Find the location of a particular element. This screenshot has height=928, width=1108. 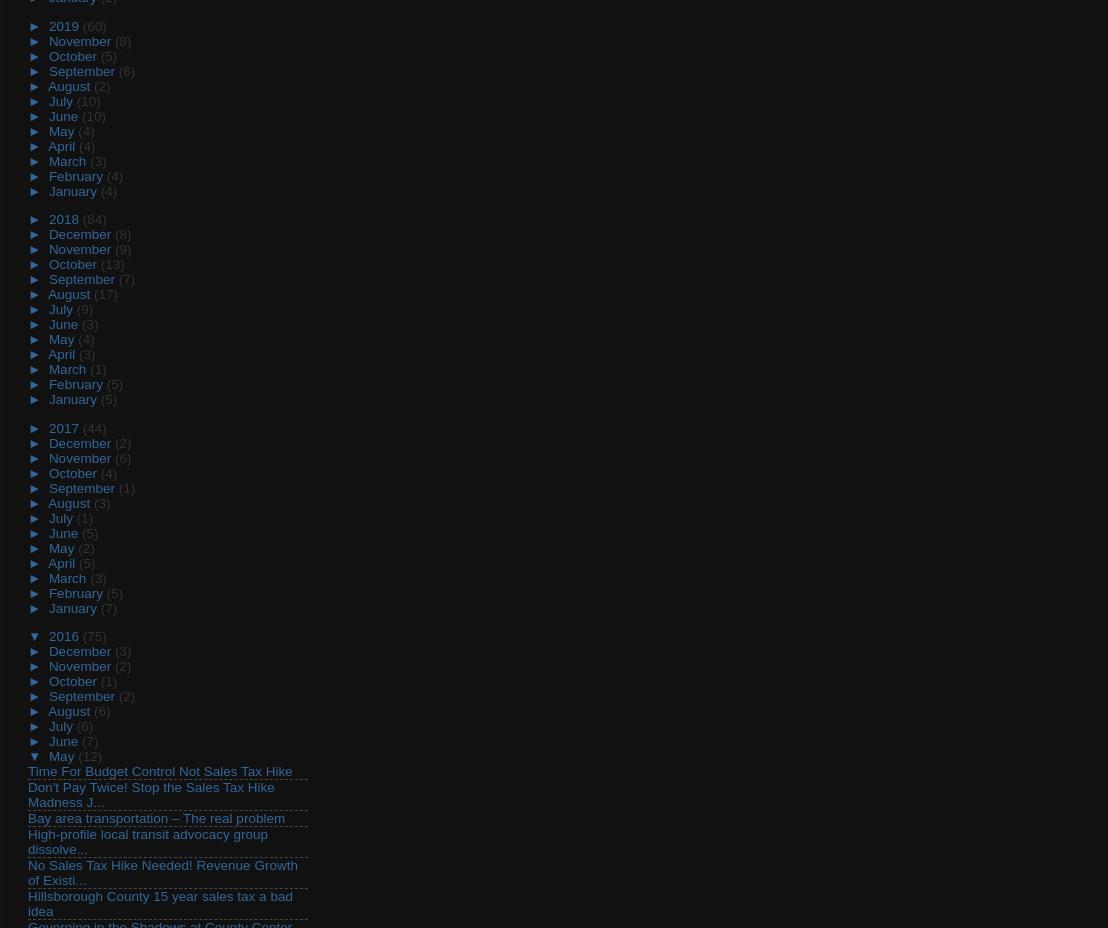

'High-profile local transit advocacy group dissolve...' is located at coordinates (147, 841).